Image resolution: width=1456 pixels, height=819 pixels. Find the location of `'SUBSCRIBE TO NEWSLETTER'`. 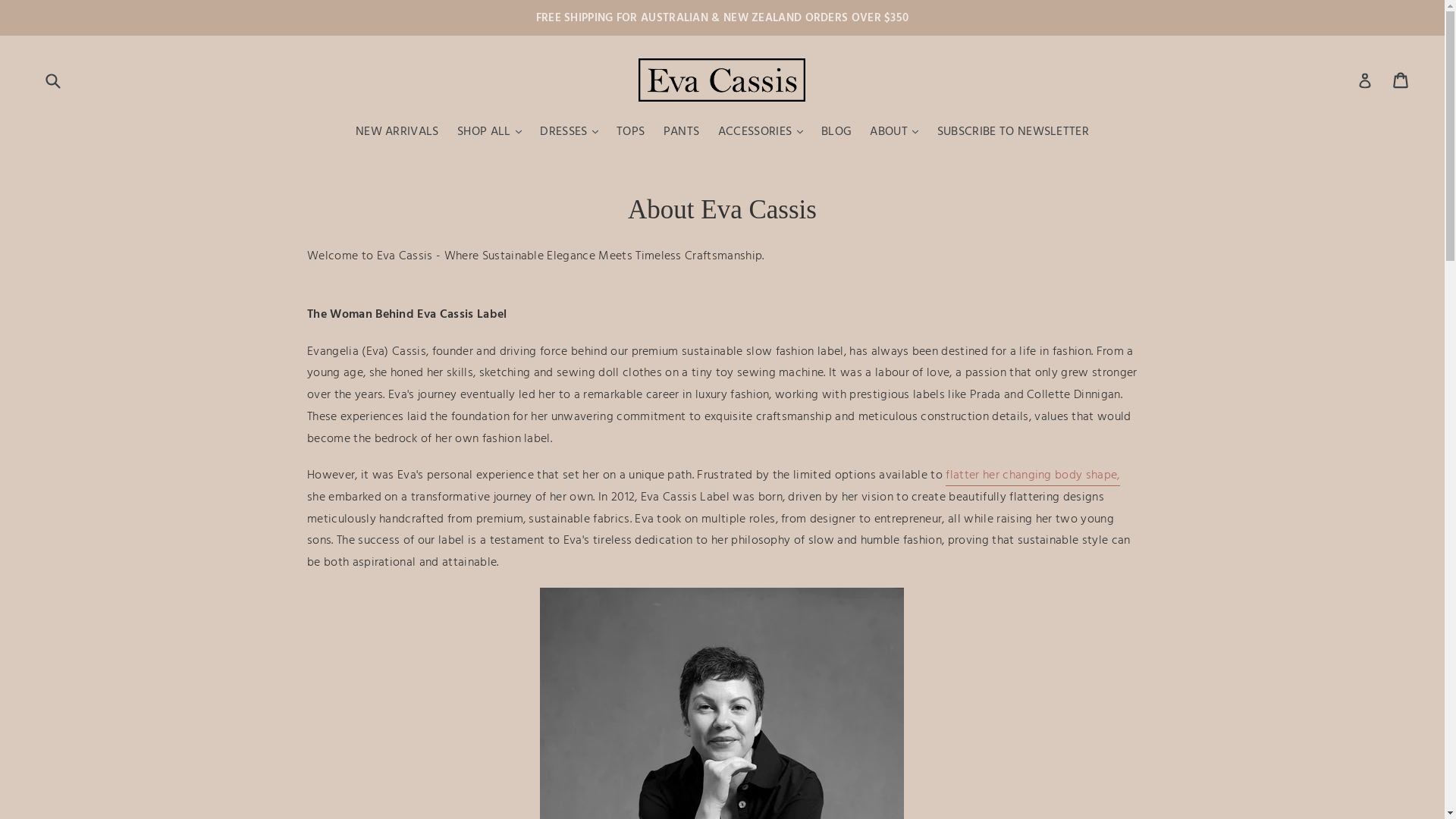

'SUBSCRIBE TO NEWSLETTER' is located at coordinates (928, 131).